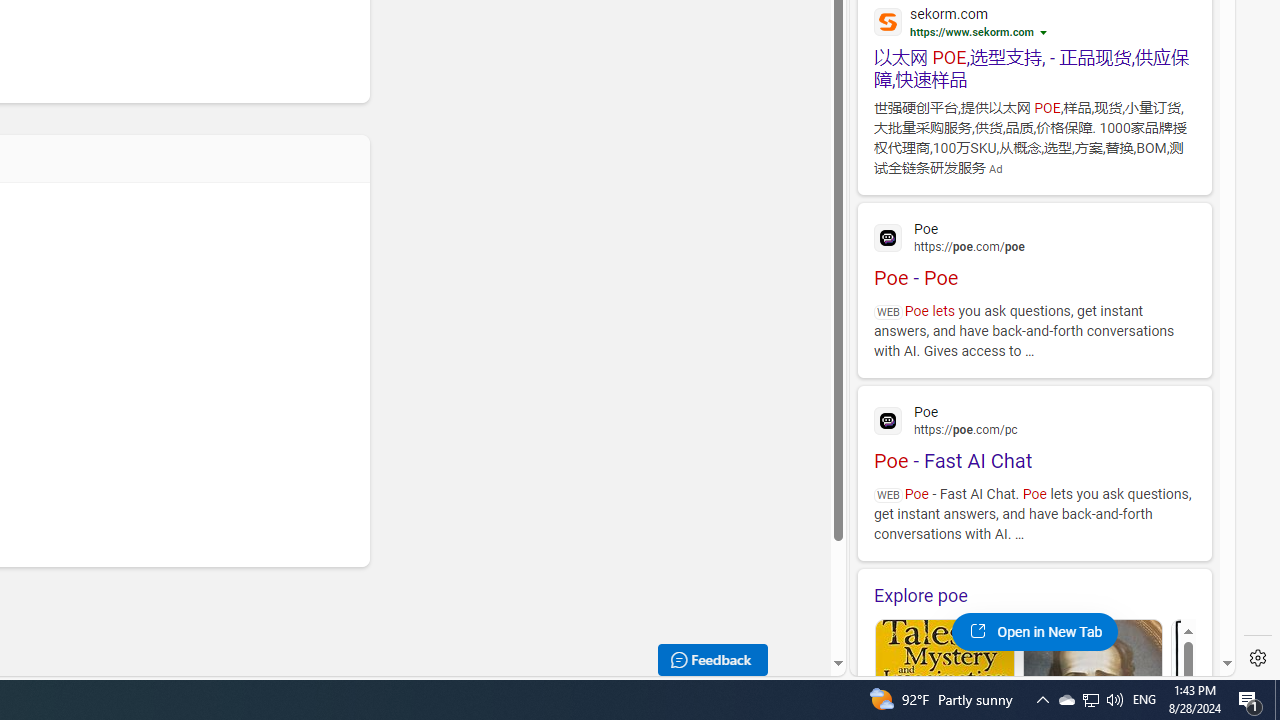 This screenshot has width=1280, height=720. Describe the element at coordinates (1034, 251) in the screenshot. I see `'Poe - Poe'` at that location.